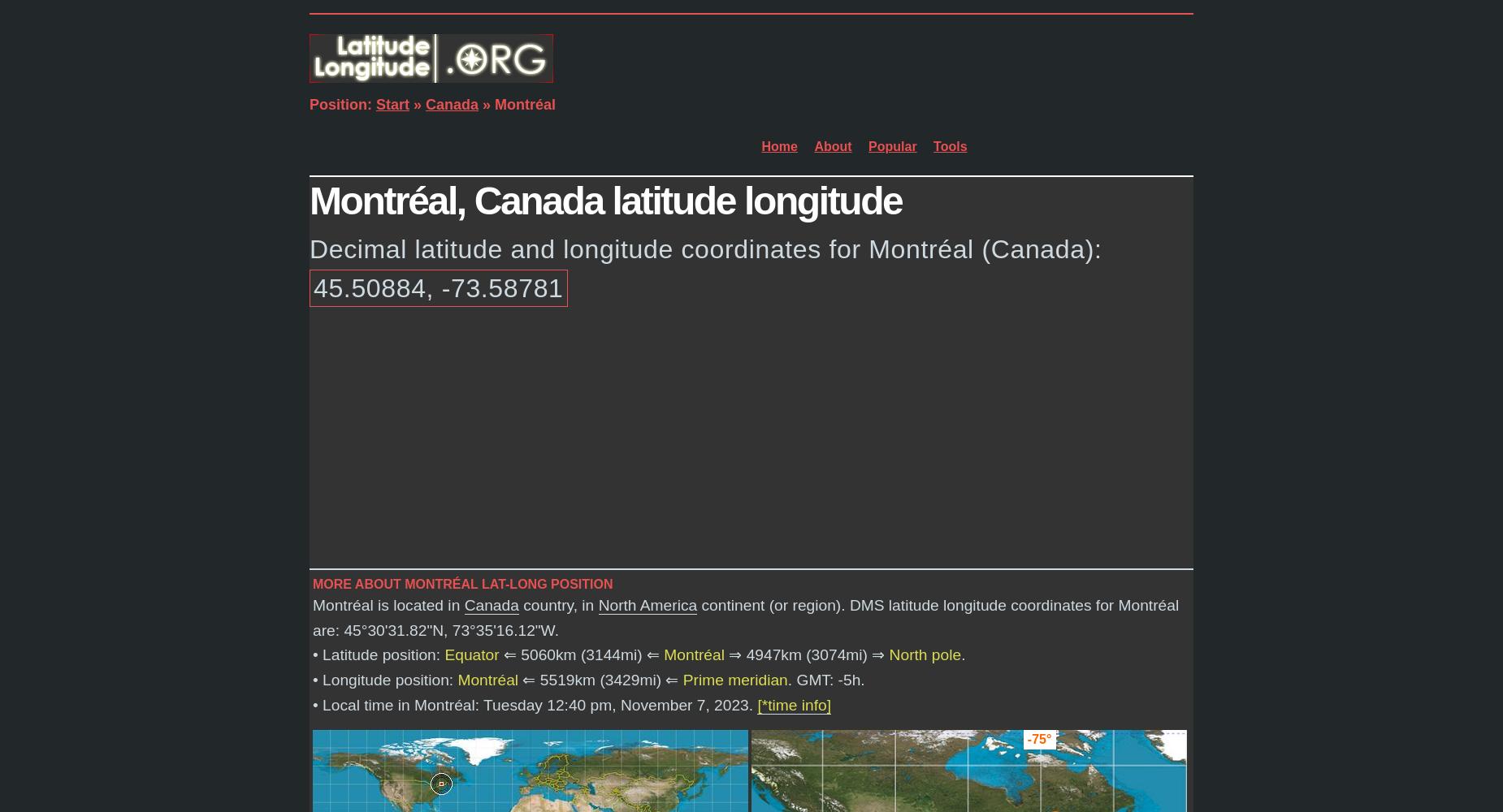  Describe the element at coordinates (647, 603) in the screenshot. I see `'North America'` at that location.